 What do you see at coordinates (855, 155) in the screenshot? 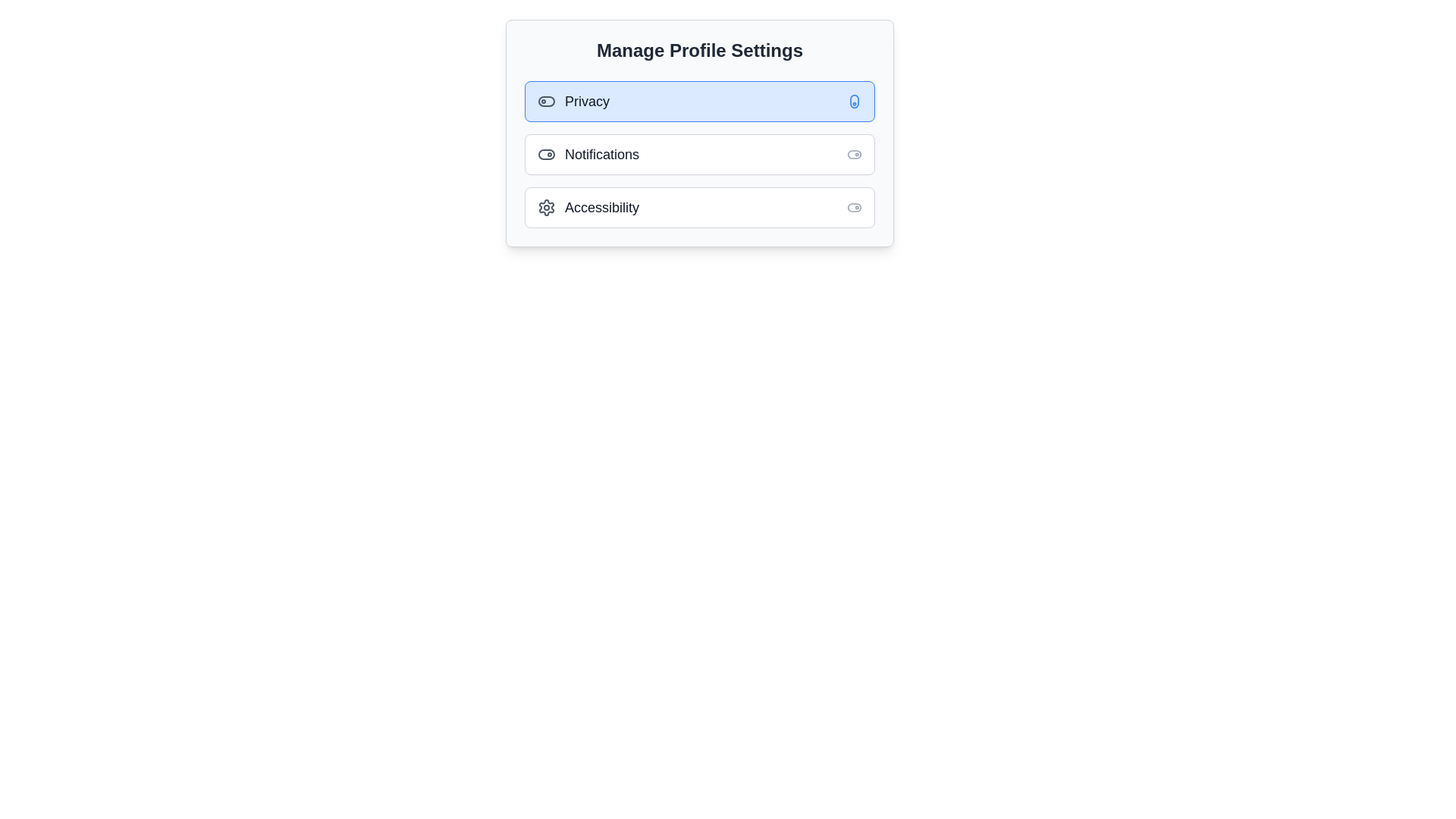
I see `the toggle switch located in the 'Notifications' section of the 'Manage Profile Settings' interface` at bounding box center [855, 155].